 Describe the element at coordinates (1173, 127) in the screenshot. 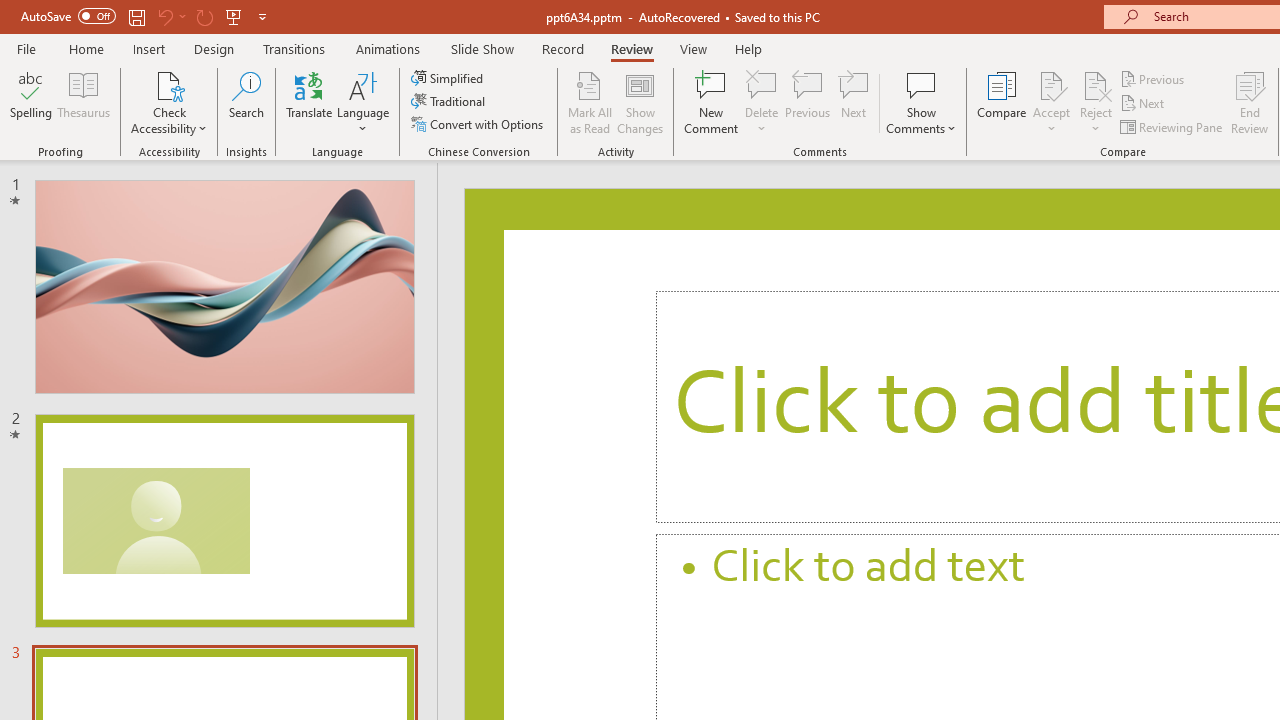

I see `'Reviewing Pane'` at that location.